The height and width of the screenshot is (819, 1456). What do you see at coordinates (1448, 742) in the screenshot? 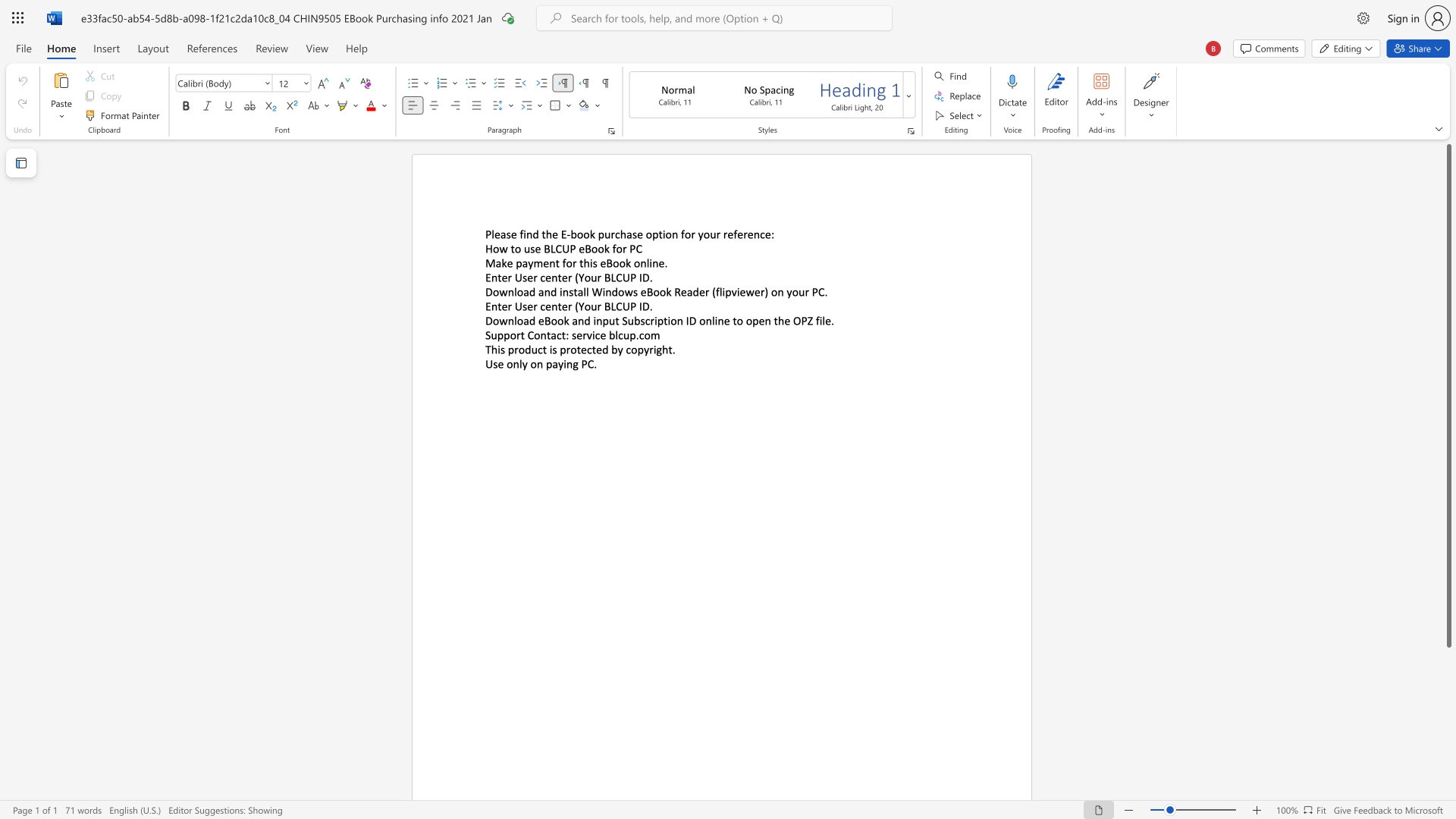
I see `the side scrollbar to bring the page down` at bounding box center [1448, 742].